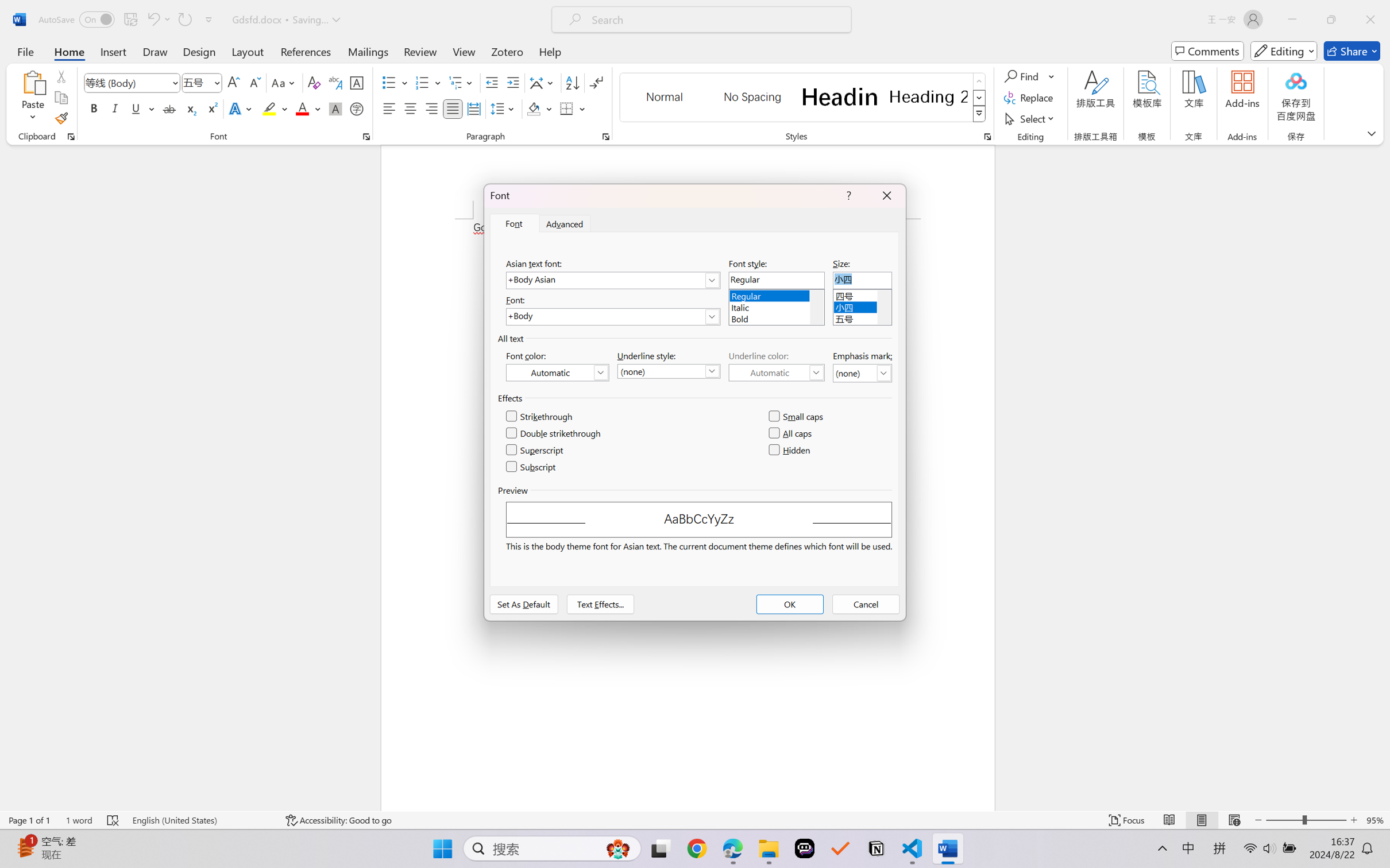 The image size is (1390, 868). I want to click on 'Decrease Indent', so click(492, 83).